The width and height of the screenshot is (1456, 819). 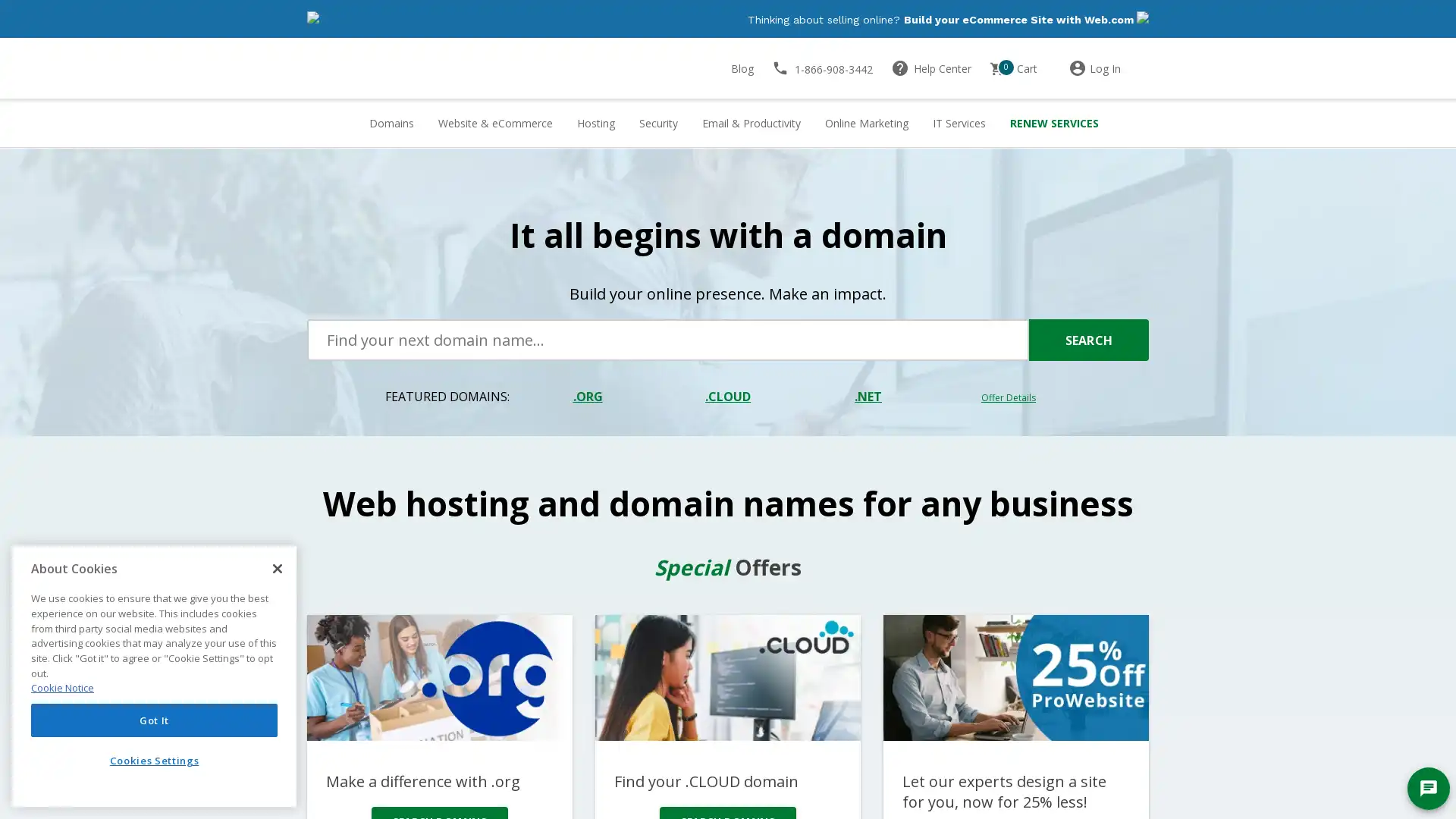 I want to click on Explore your accessibility options, so click(x=24, y=742).